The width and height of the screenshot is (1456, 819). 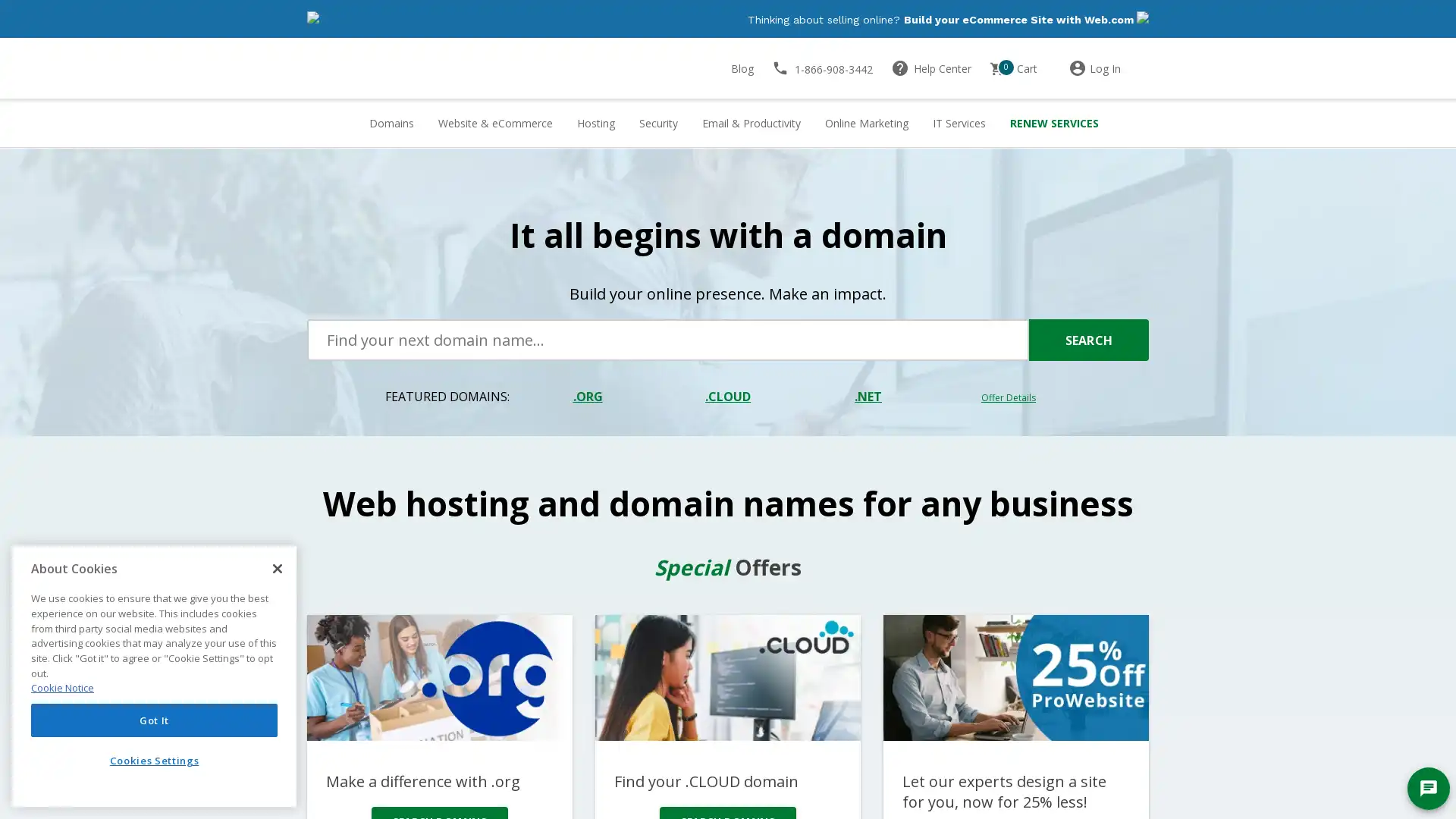 I want to click on Explore your accessibility options, so click(x=24, y=742).